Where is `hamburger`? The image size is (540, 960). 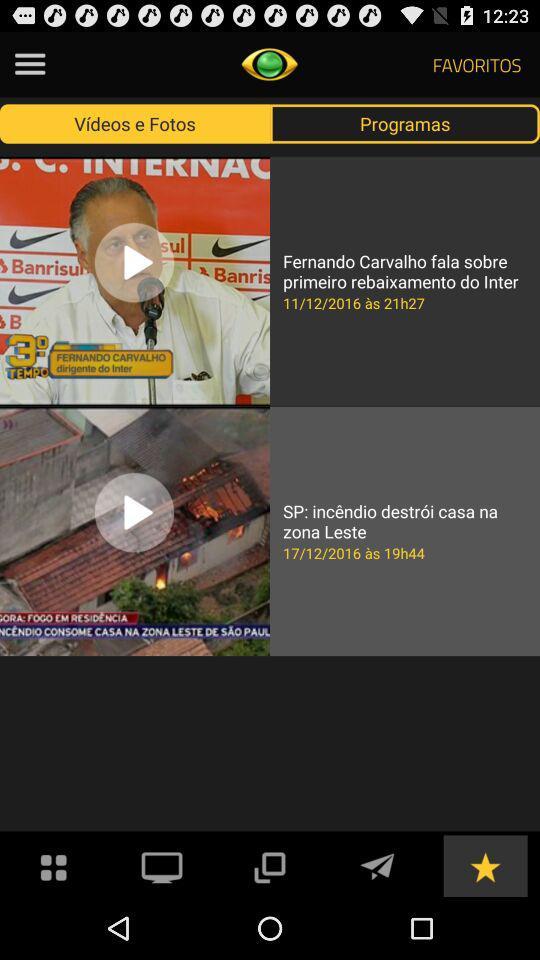 hamburger is located at coordinates (29, 64).